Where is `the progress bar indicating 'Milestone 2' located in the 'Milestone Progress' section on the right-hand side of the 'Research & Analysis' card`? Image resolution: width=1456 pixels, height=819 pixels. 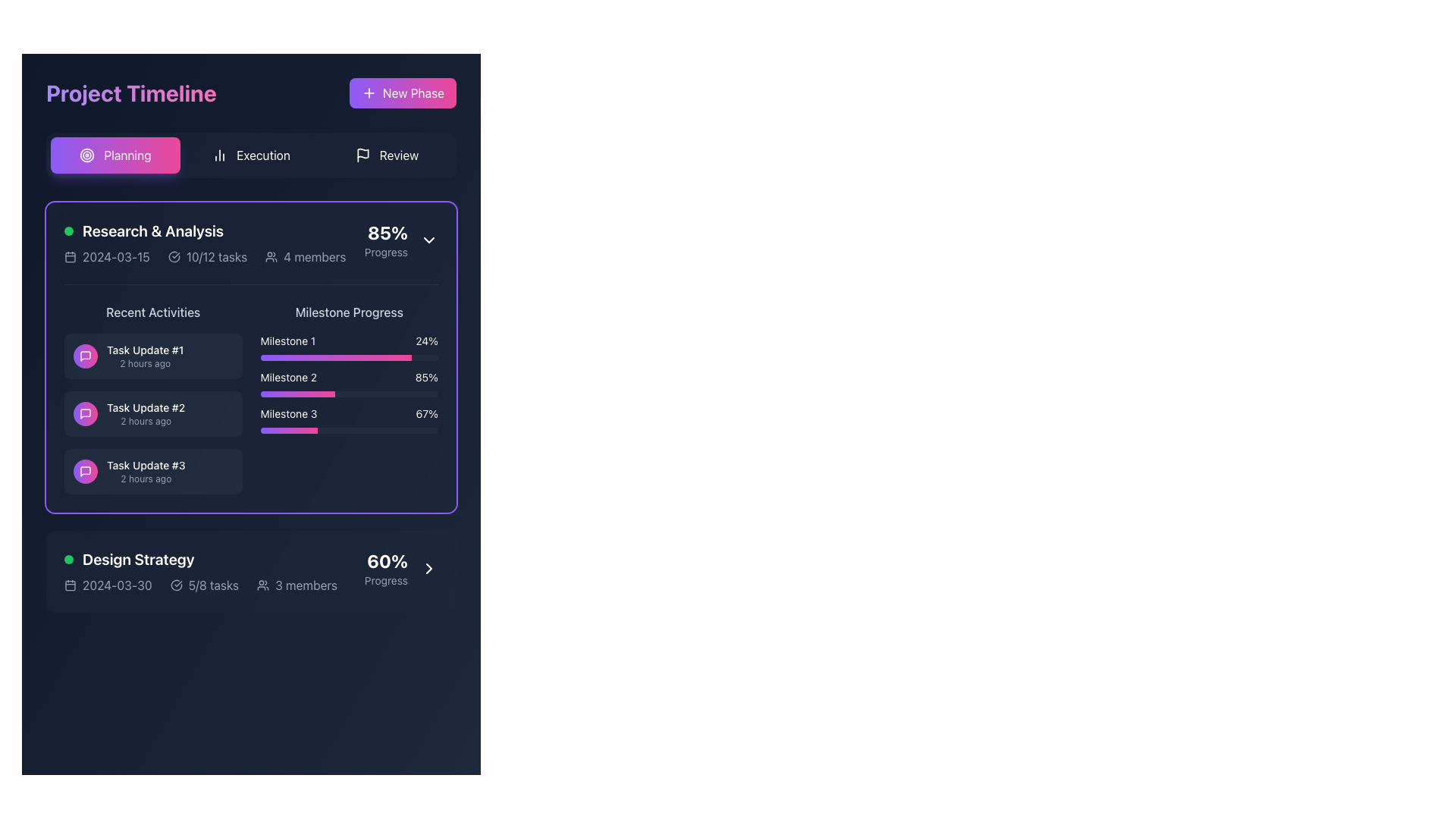
the progress bar indicating 'Milestone 2' located in the 'Milestone Progress' section on the right-hand side of the 'Research & Analysis' card is located at coordinates (348, 382).